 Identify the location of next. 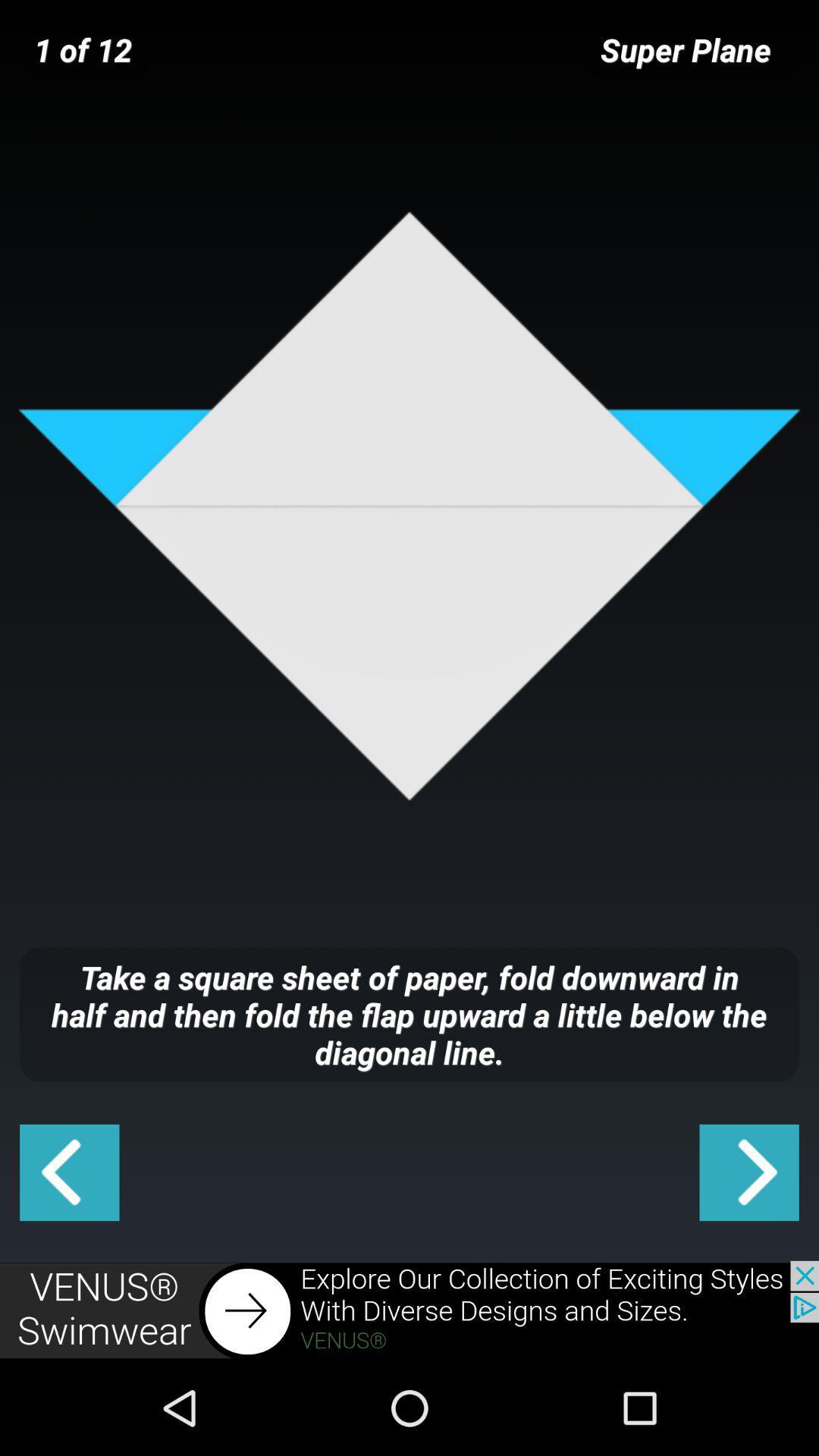
(748, 1172).